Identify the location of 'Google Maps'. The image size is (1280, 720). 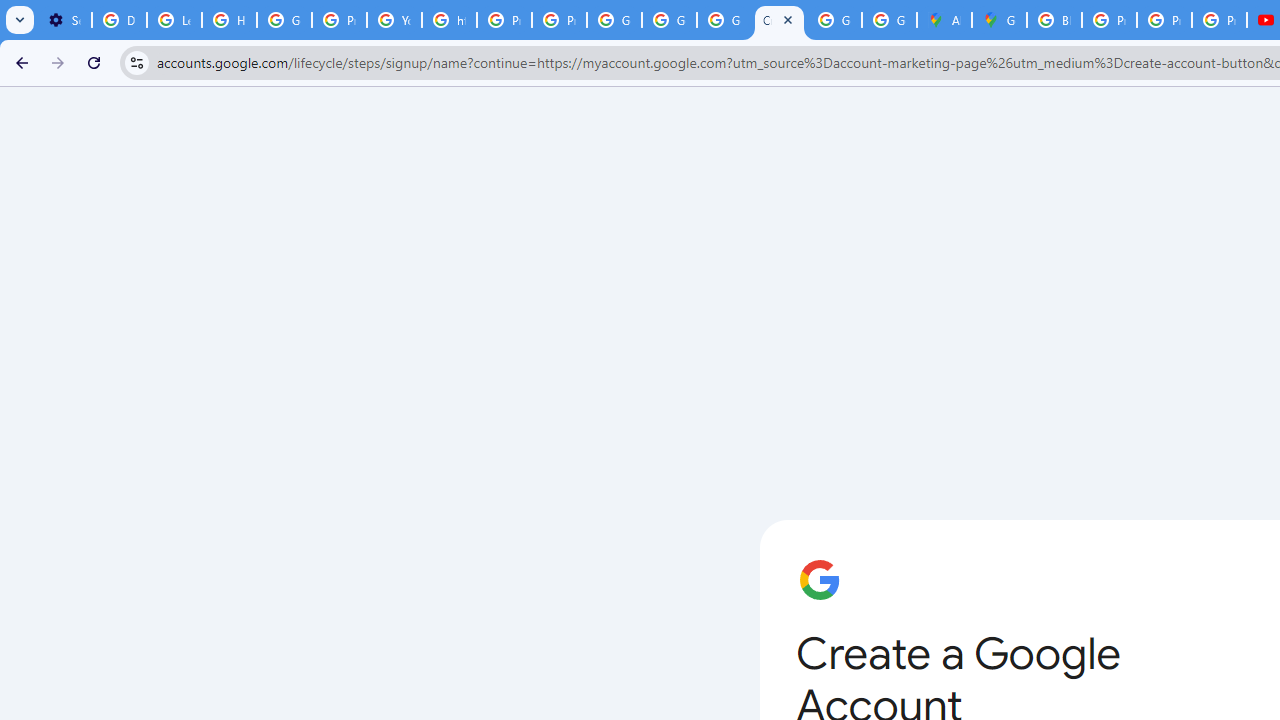
(999, 20).